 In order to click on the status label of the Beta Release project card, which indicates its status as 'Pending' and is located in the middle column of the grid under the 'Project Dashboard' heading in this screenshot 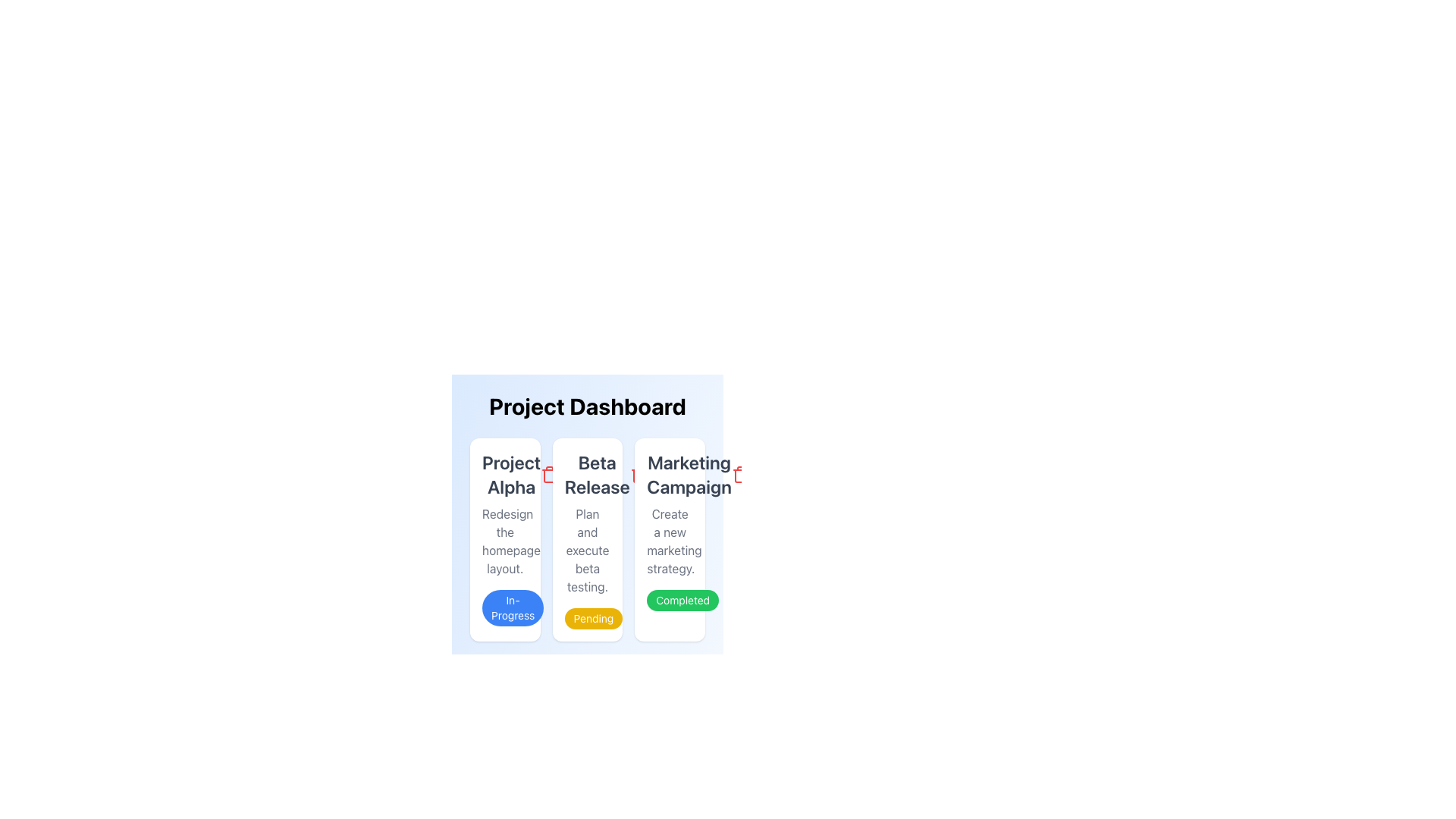, I will do `click(586, 539)`.